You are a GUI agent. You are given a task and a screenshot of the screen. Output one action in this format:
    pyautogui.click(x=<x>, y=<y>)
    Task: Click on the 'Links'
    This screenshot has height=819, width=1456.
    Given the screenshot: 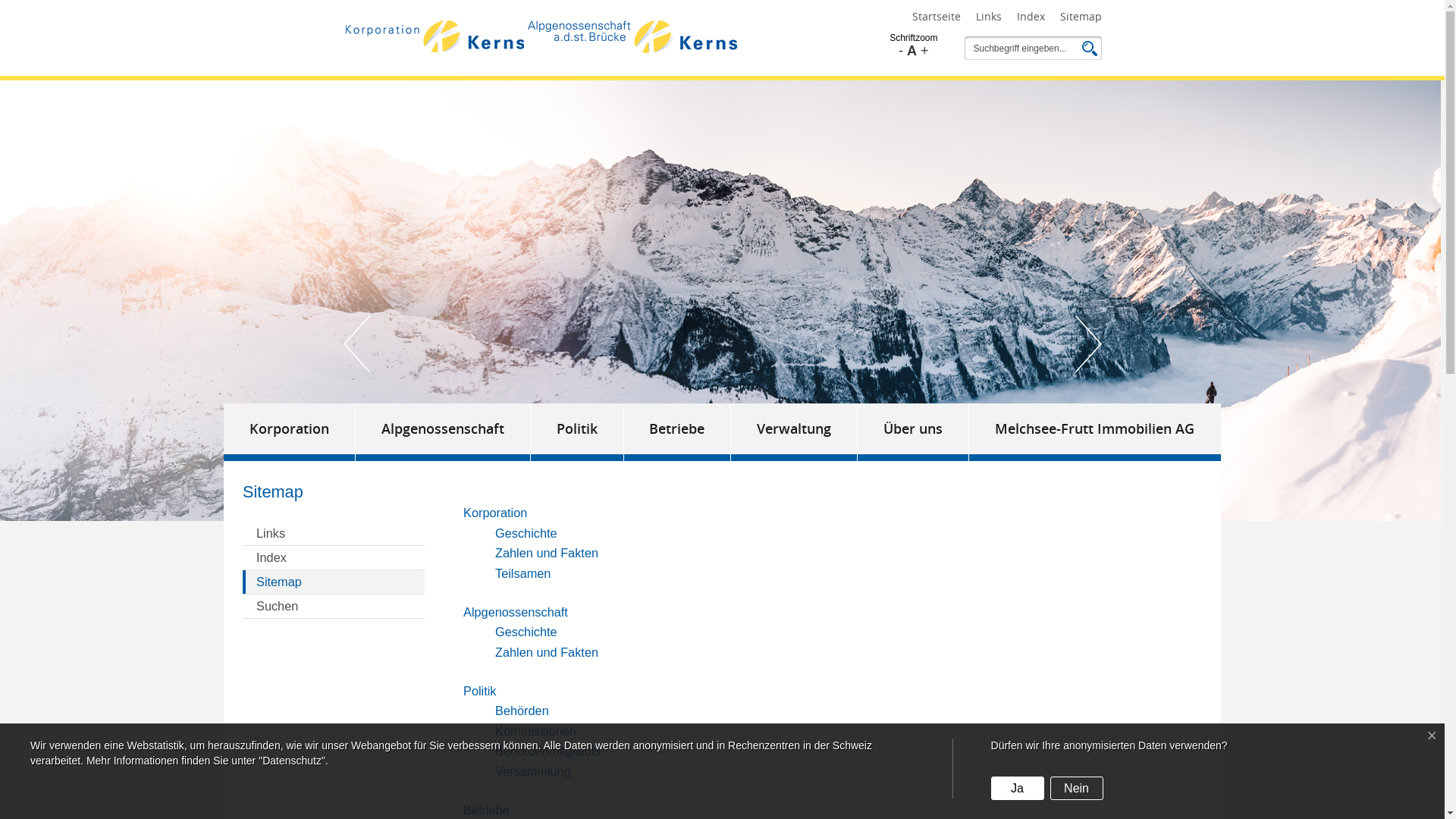 What is the action you would take?
    pyautogui.click(x=333, y=533)
    